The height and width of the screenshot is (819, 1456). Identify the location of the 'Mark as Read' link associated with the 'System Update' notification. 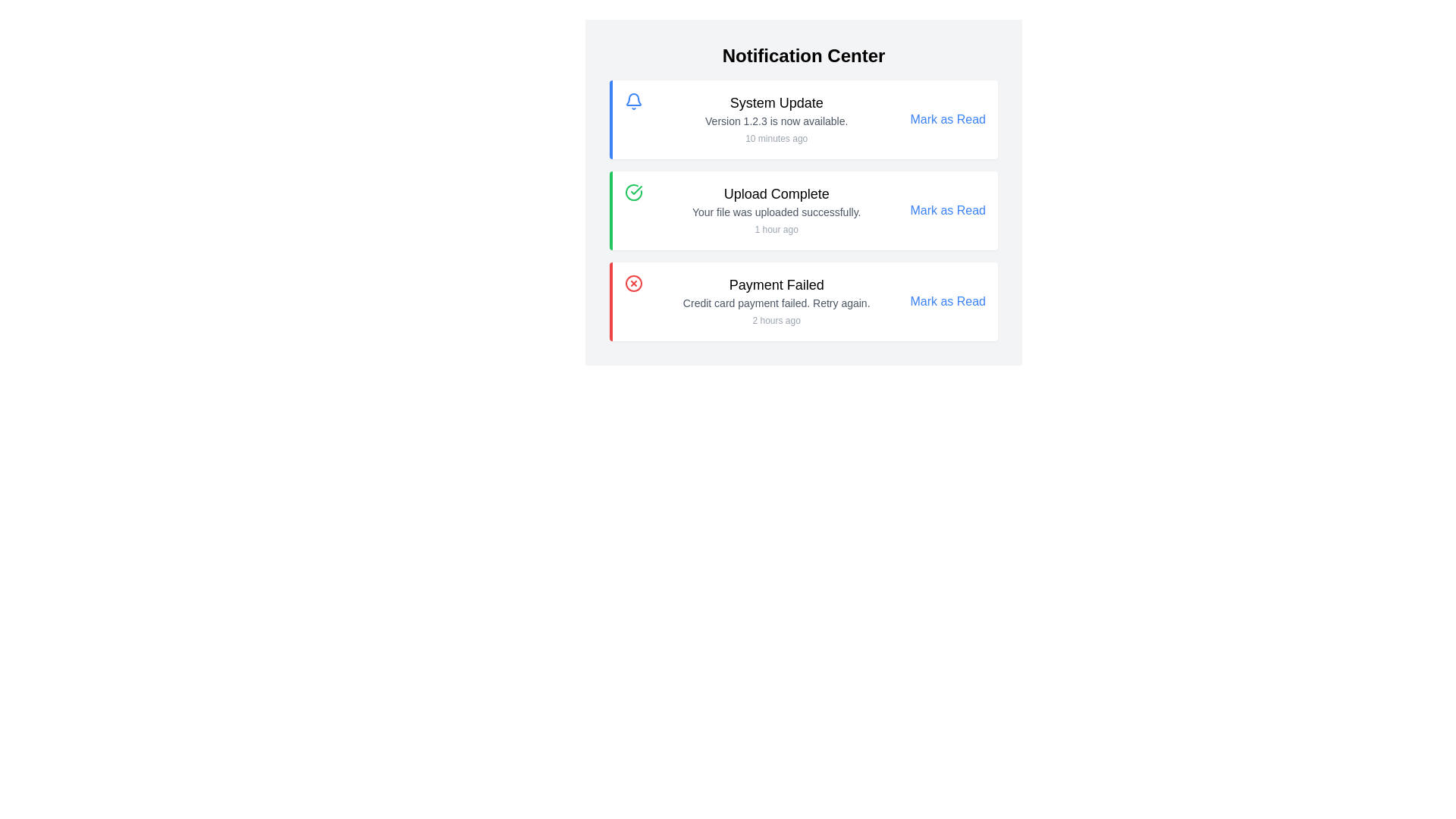
(947, 119).